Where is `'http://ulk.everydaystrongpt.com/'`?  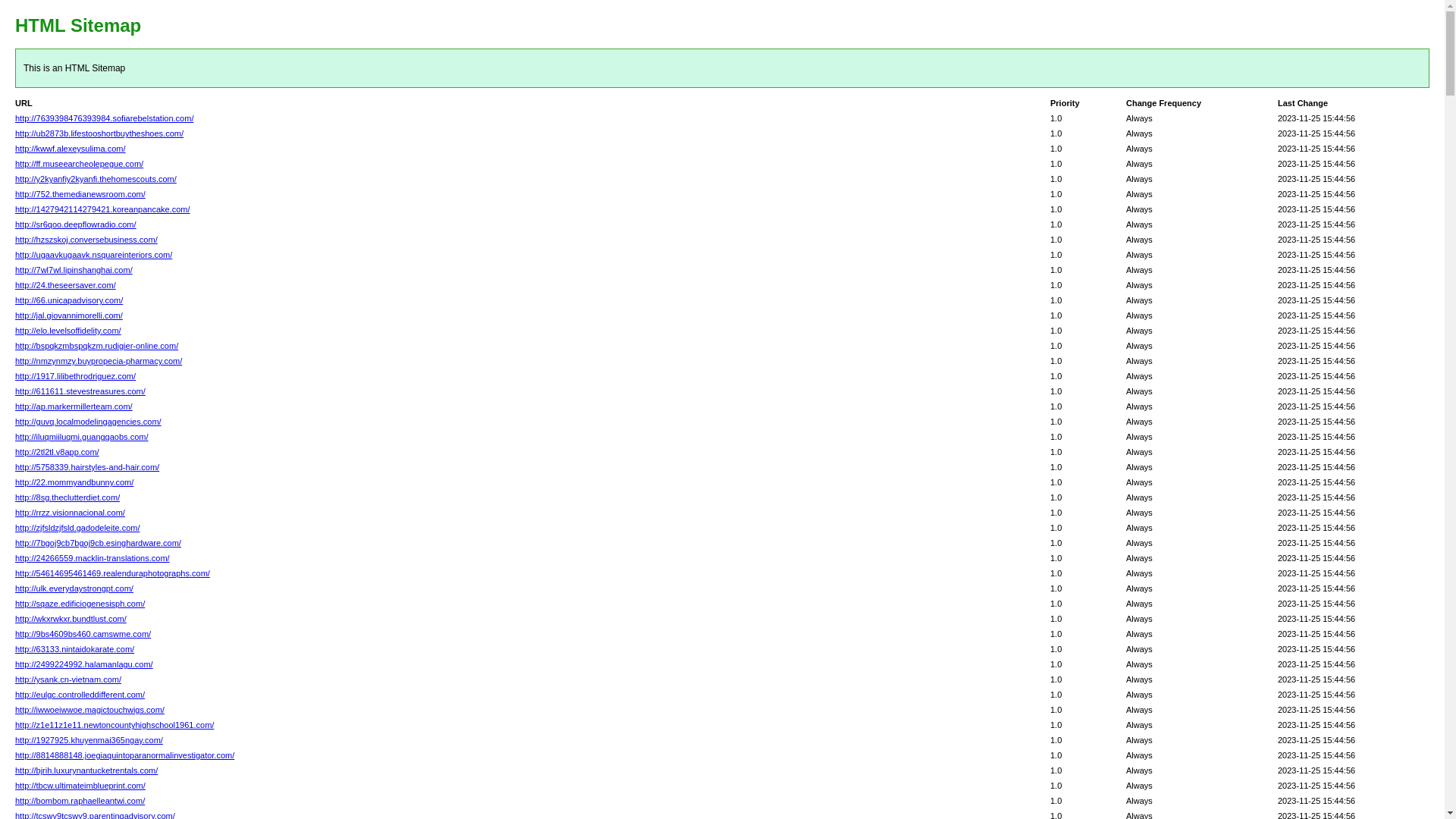
'http://ulk.everydaystrongpt.com/' is located at coordinates (73, 587).